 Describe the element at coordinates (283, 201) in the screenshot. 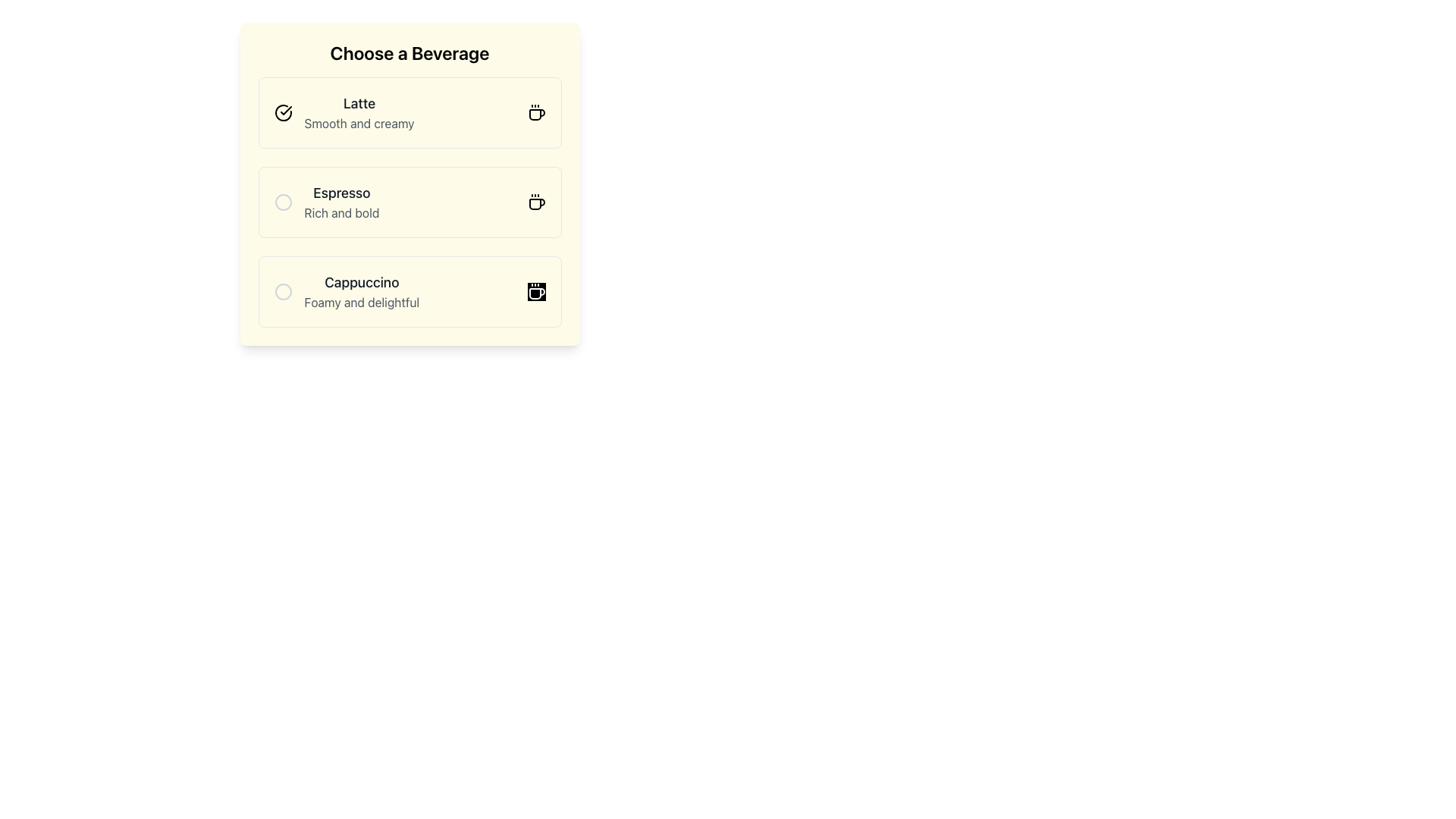

I see `the 'Espresso' radio button` at that location.